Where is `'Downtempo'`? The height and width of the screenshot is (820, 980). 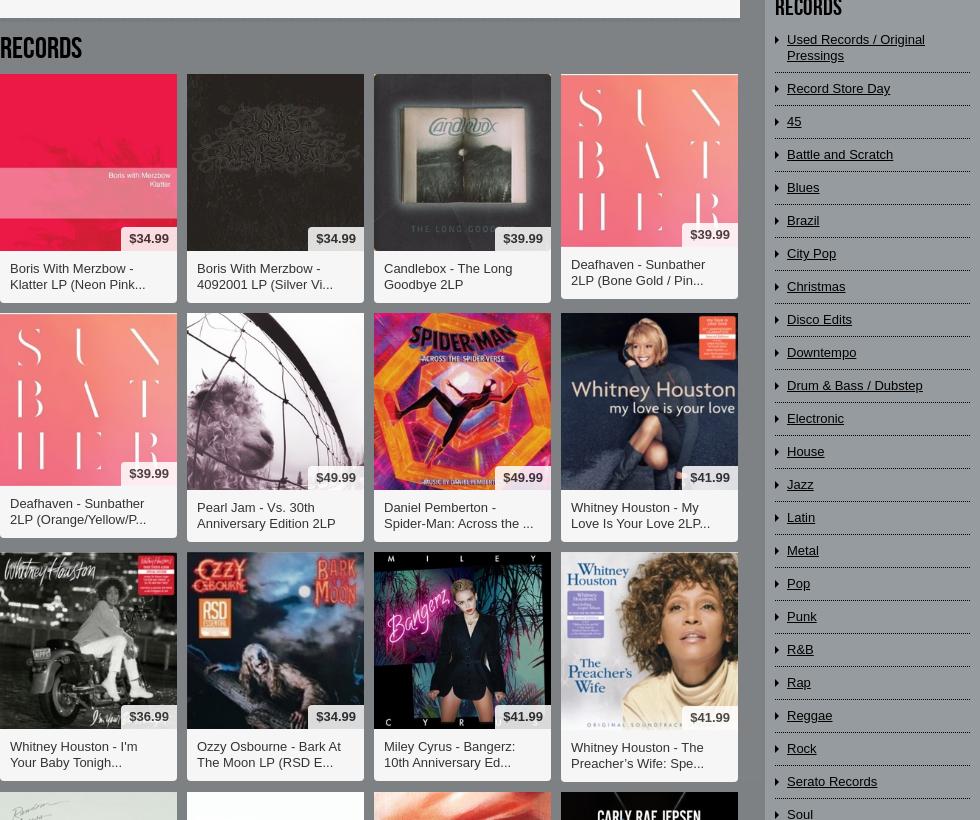 'Downtempo' is located at coordinates (821, 351).